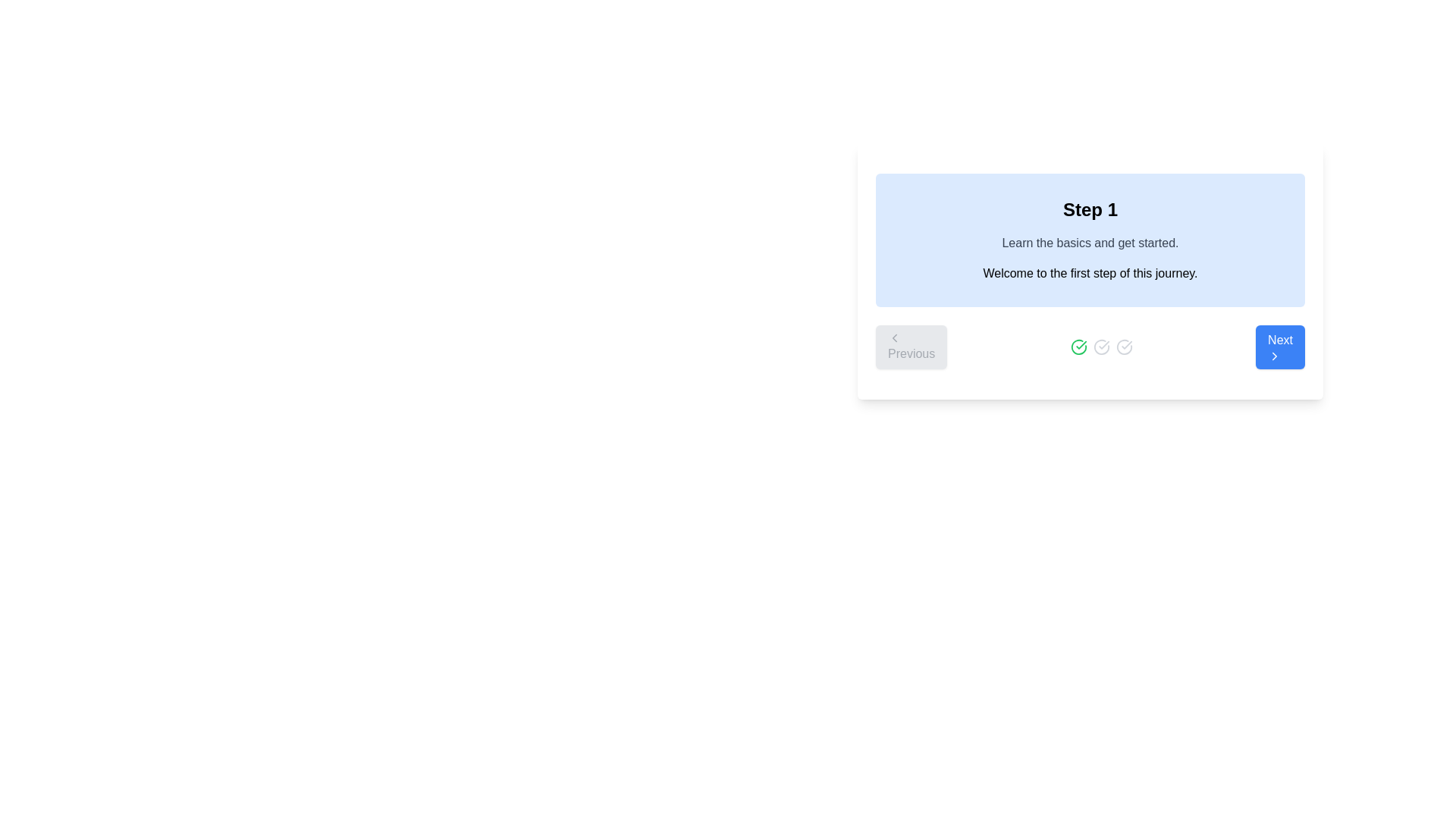 The image size is (1456, 819). What do you see at coordinates (1279, 347) in the screenshot?
I see `the blue rectangular button labeled 'Next' with a right-pointing arrow icon` at bounding box center [1279, 347].